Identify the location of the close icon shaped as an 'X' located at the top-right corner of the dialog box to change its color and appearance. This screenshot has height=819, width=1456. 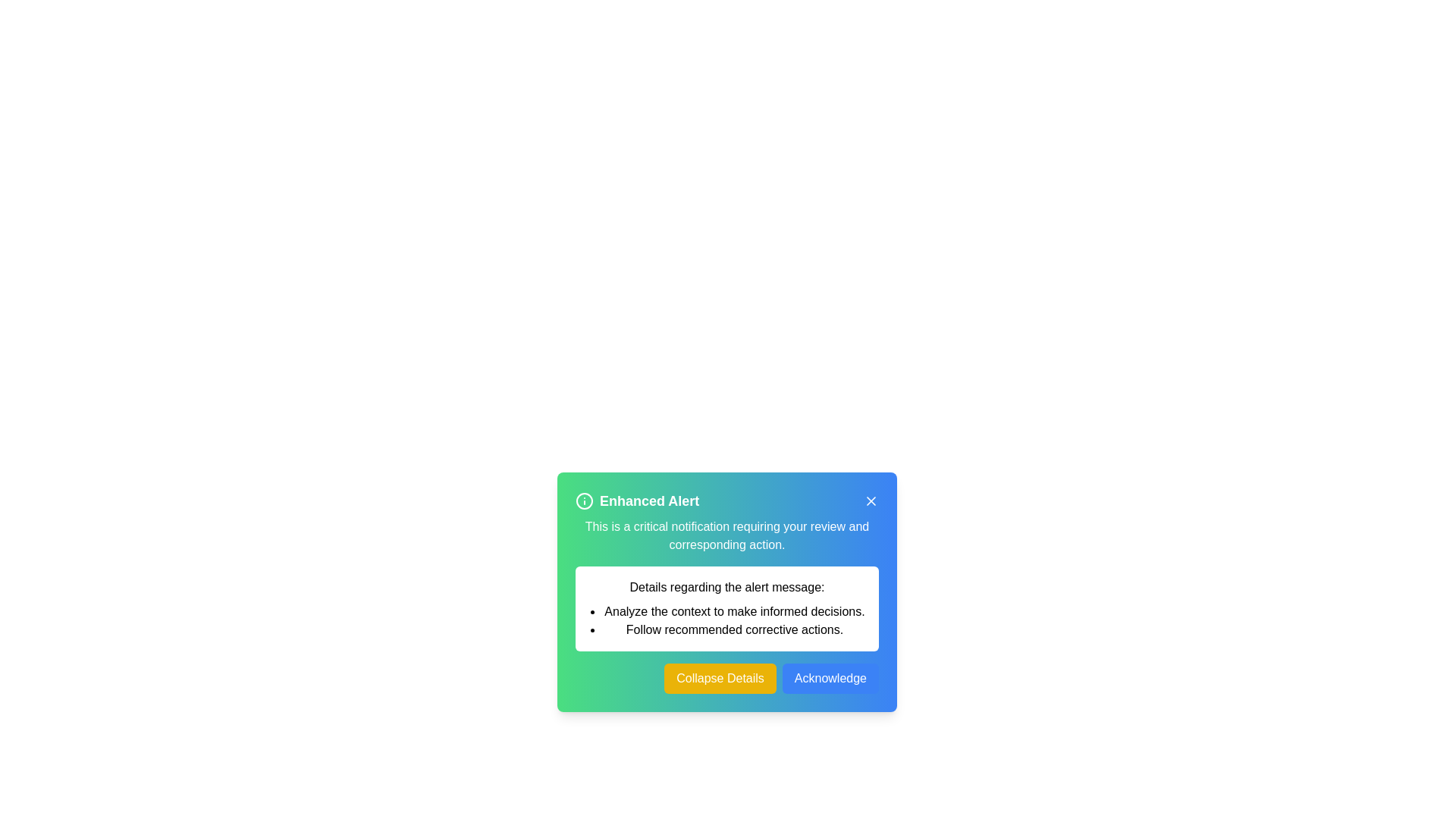
(871, 500).